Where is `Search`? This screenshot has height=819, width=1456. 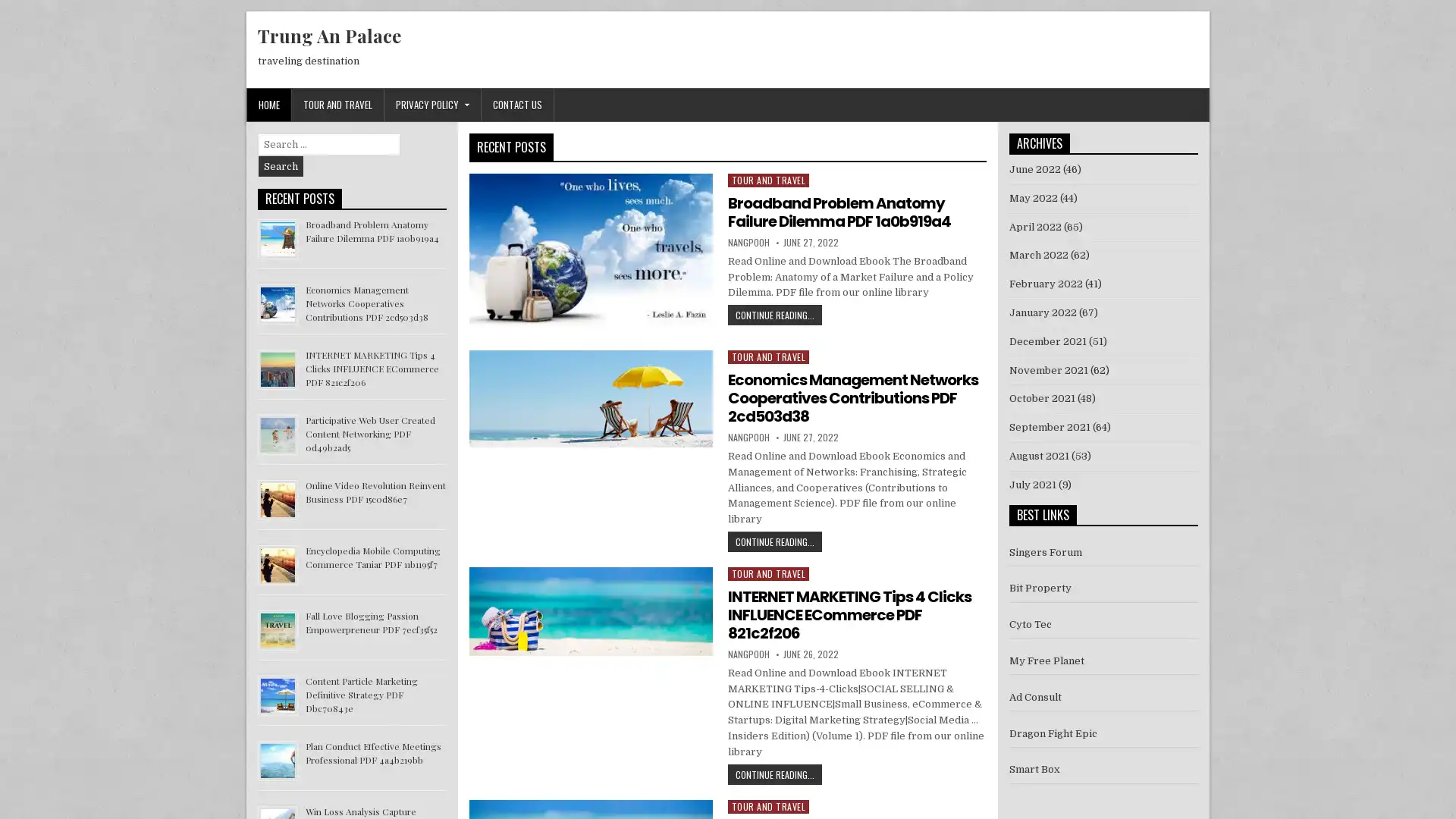 Search is located at coordinates (281, 166).